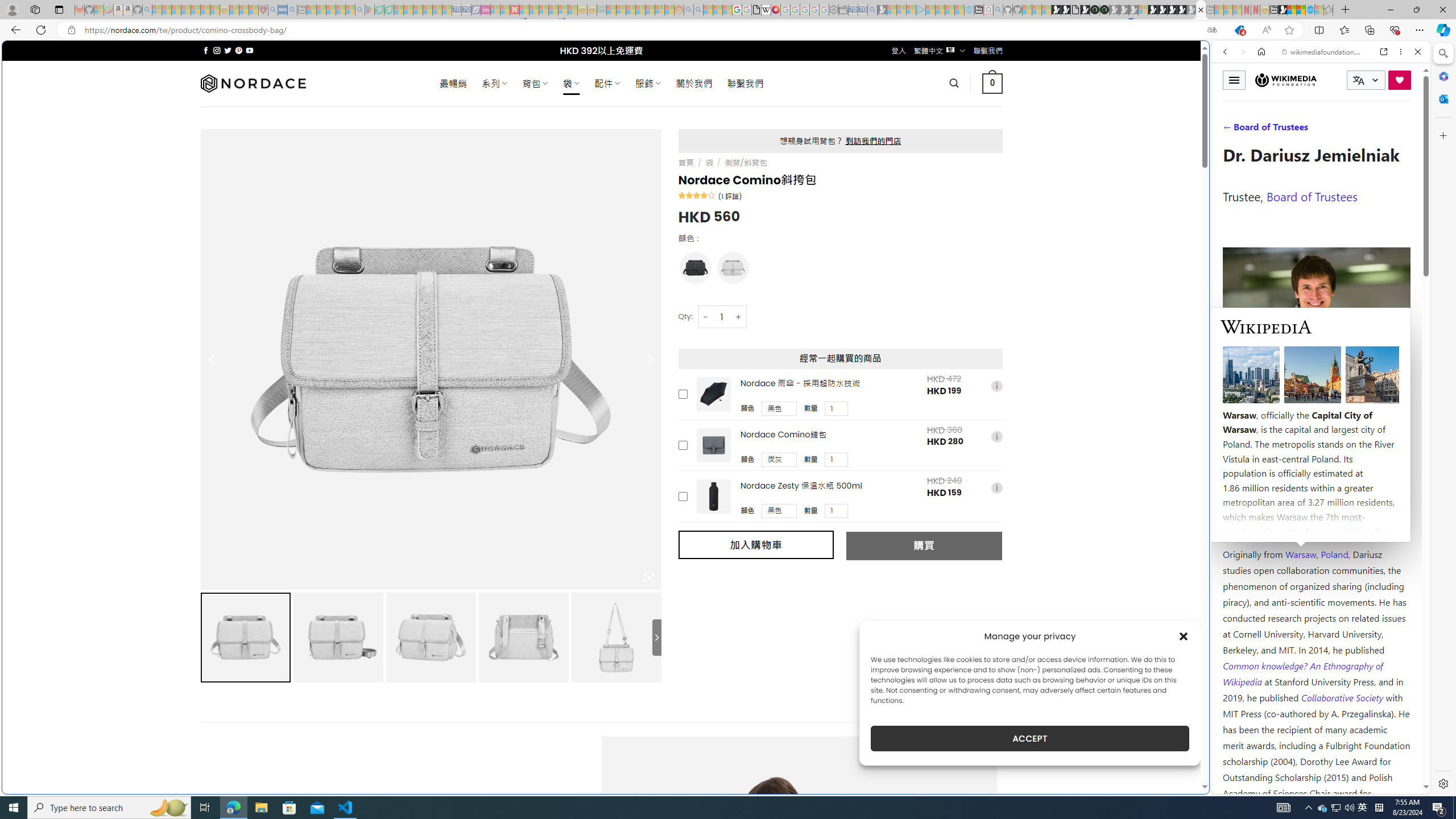 Image resolution: width=1456 pixels, height=819 pixels. I want to click on 'Board of Trustees', so click(1312, 196).